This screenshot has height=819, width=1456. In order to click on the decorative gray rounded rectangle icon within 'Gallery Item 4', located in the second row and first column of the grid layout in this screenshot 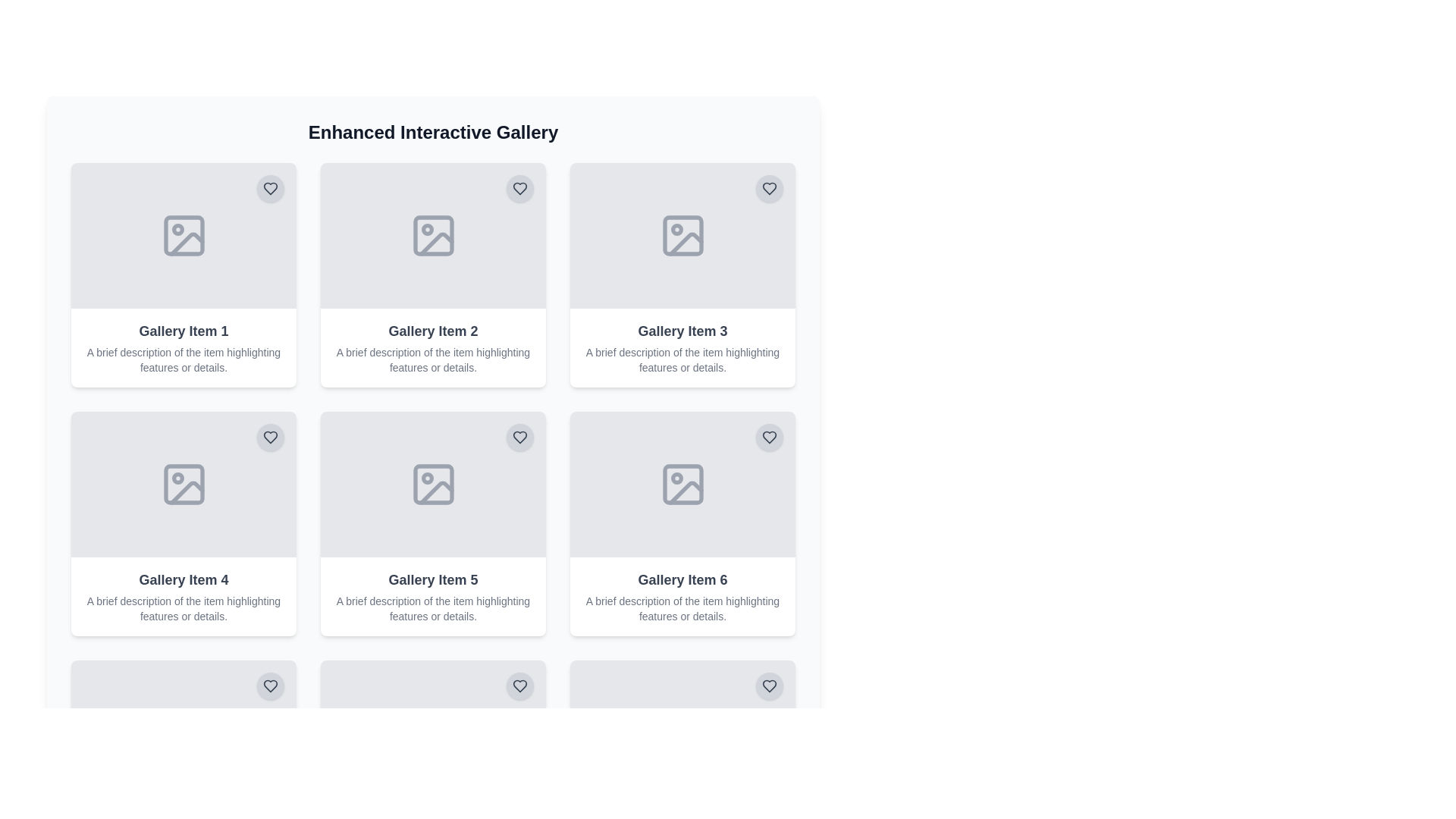, I will do `click(183, 485)`.